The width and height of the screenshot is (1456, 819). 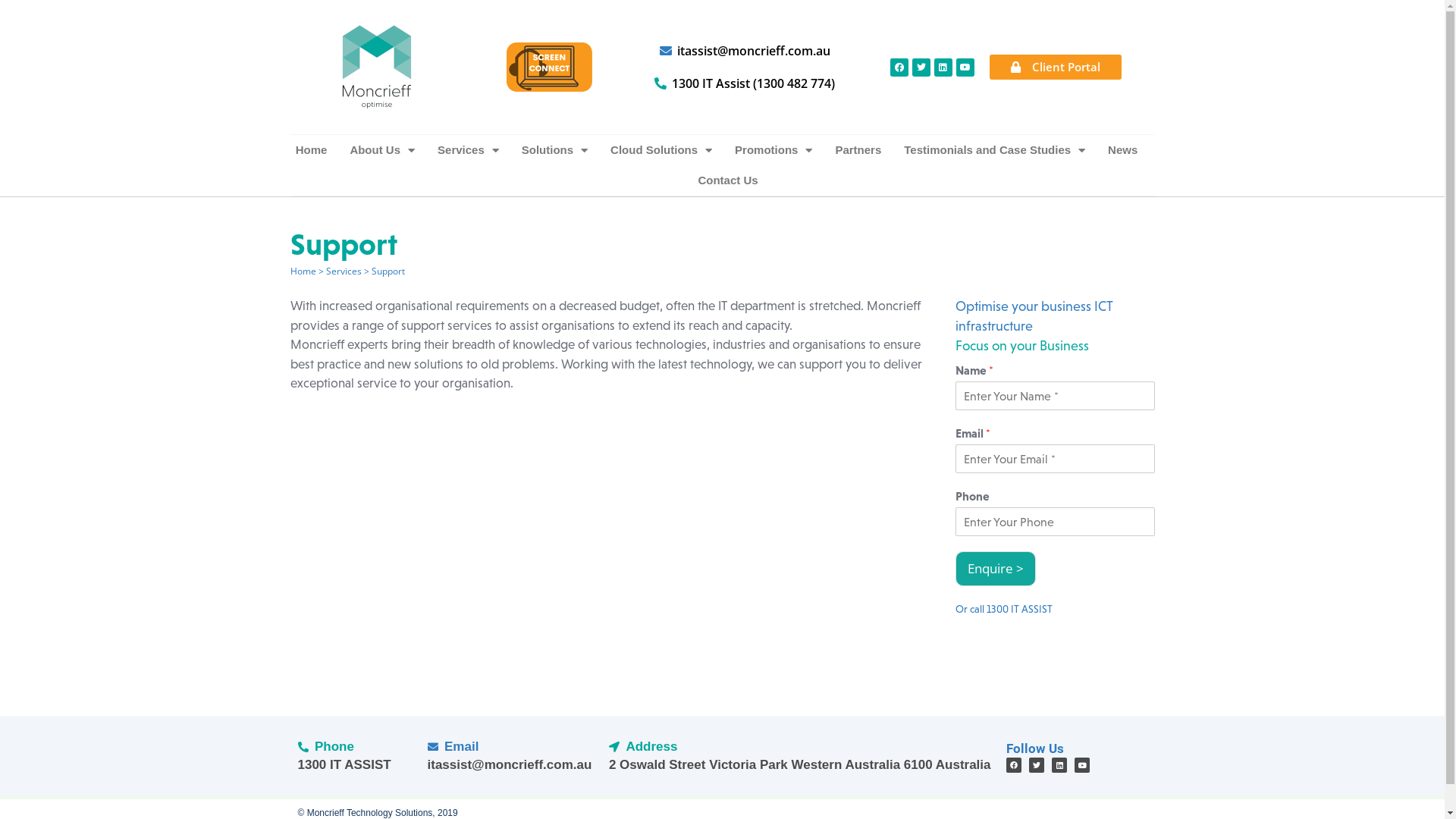 I want to click on 'Services', so click(x=343, y=270).